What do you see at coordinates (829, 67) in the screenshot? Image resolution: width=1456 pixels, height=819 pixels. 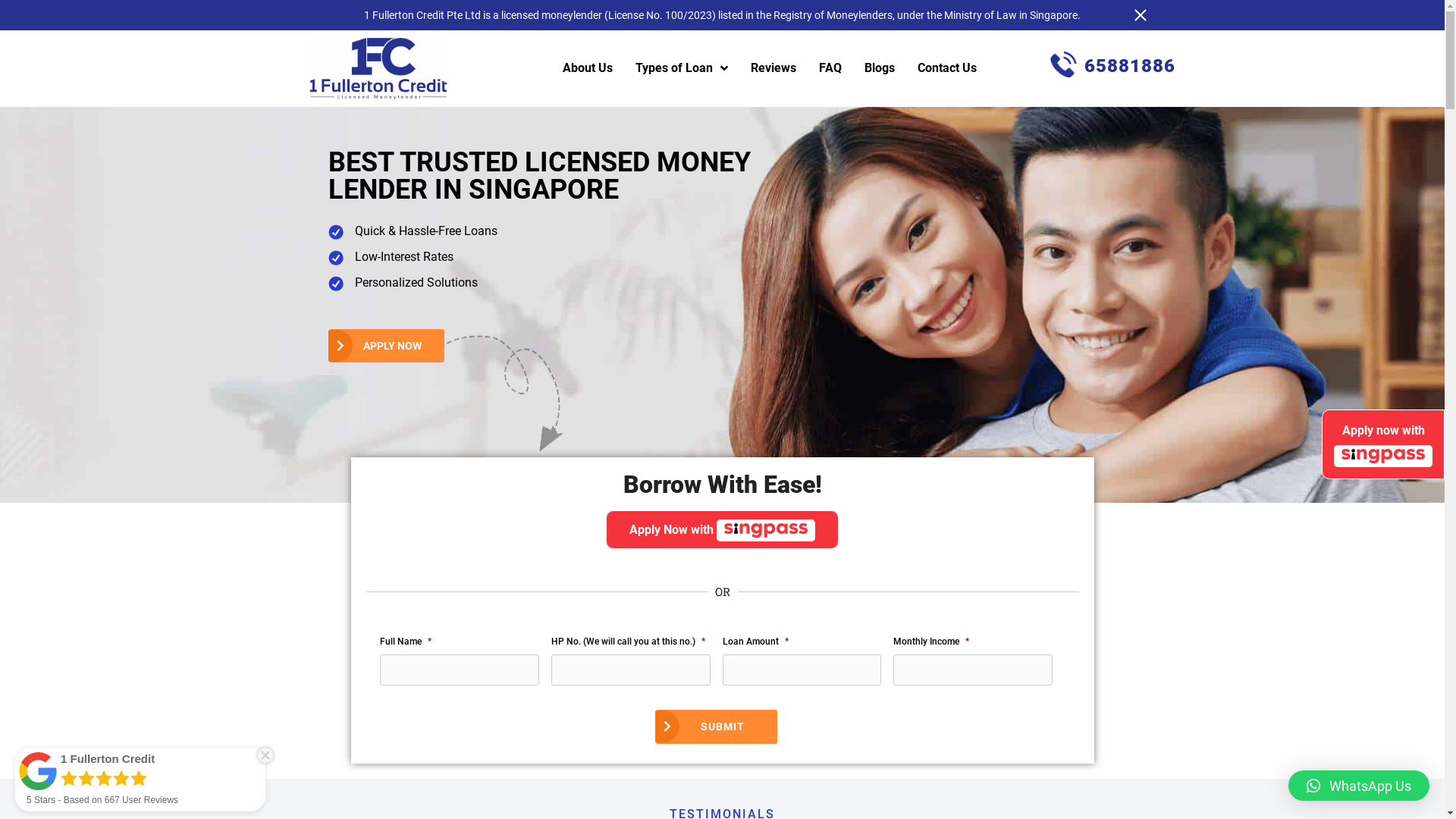 I see `'FAQ'` at bounding box center [829, 67].